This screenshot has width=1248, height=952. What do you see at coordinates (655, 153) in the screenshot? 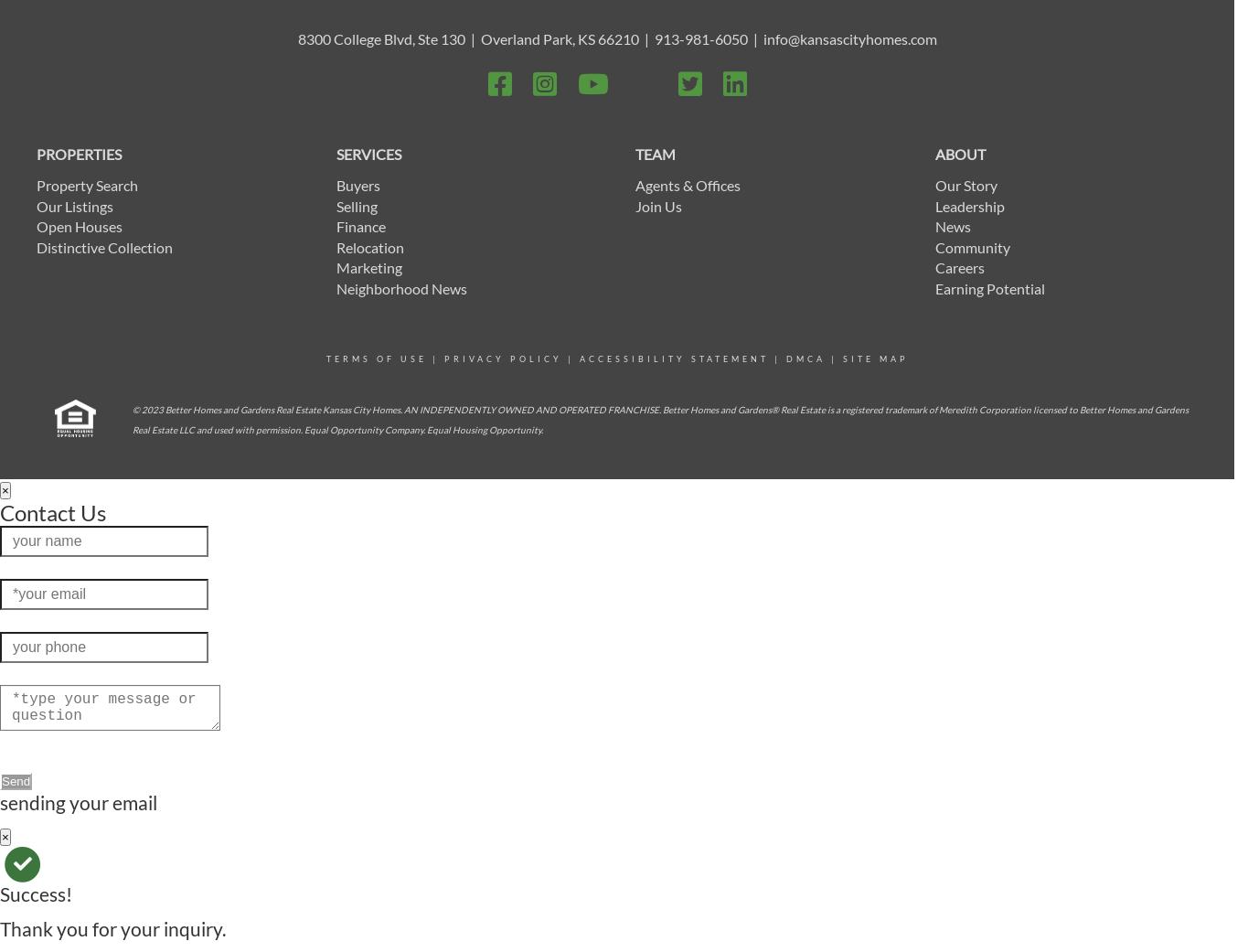
I see `'TEAM'` at bounding box center [655, 153].